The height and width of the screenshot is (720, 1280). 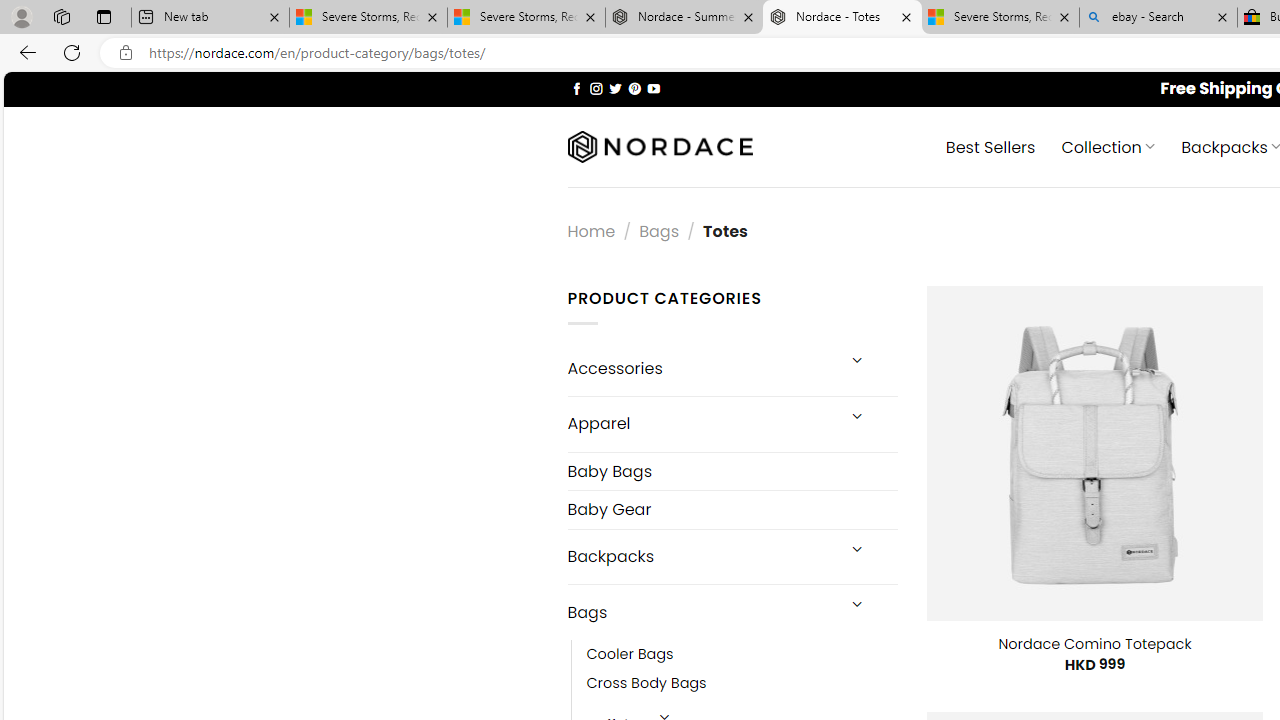 I want to click on 'Cooler Bags', so click(x=741, y=655).